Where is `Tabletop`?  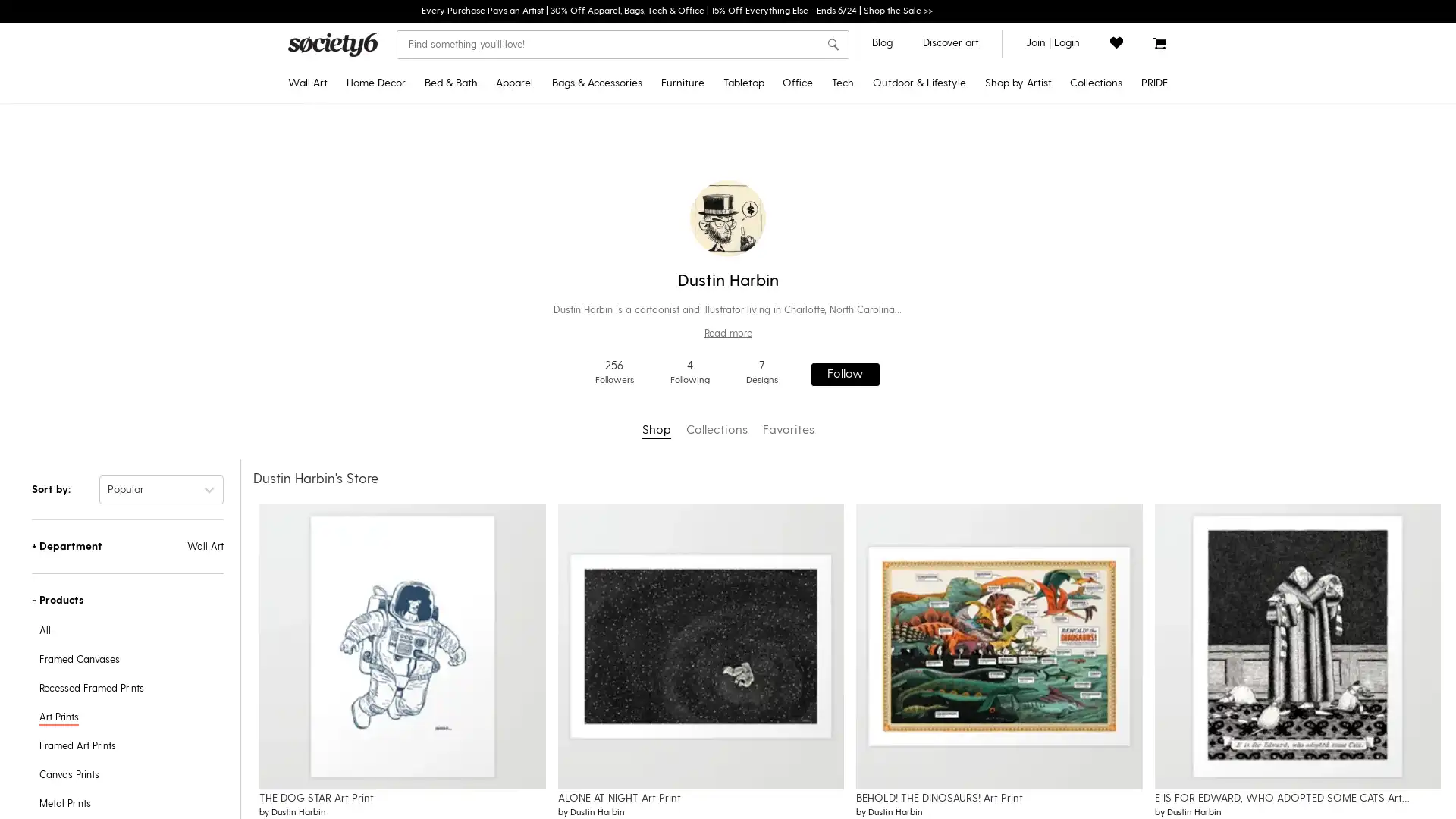
Tabletop is located at coordinates (742, 83).